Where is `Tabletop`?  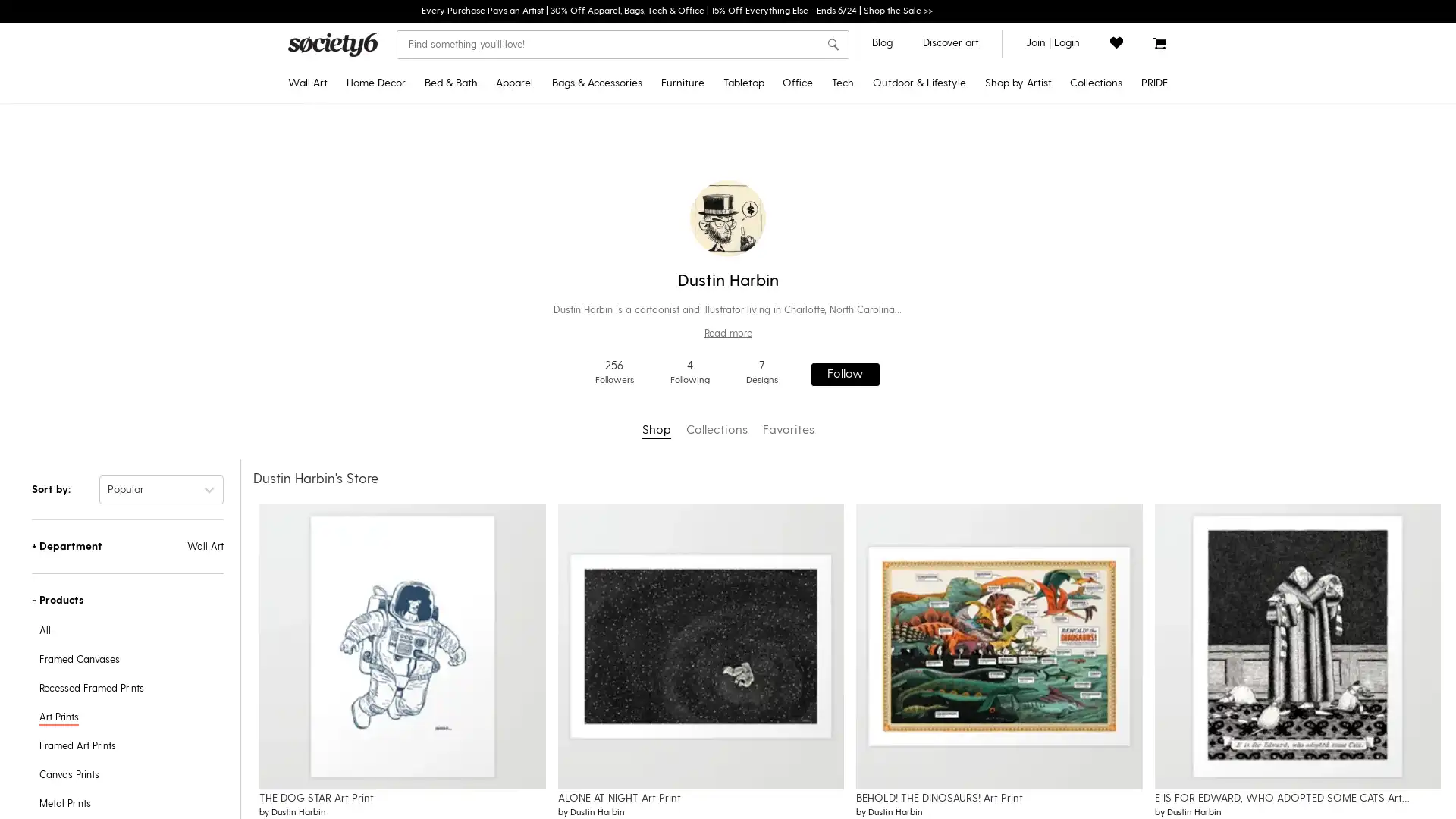
Tabletop is located at coordinates (742, 83).